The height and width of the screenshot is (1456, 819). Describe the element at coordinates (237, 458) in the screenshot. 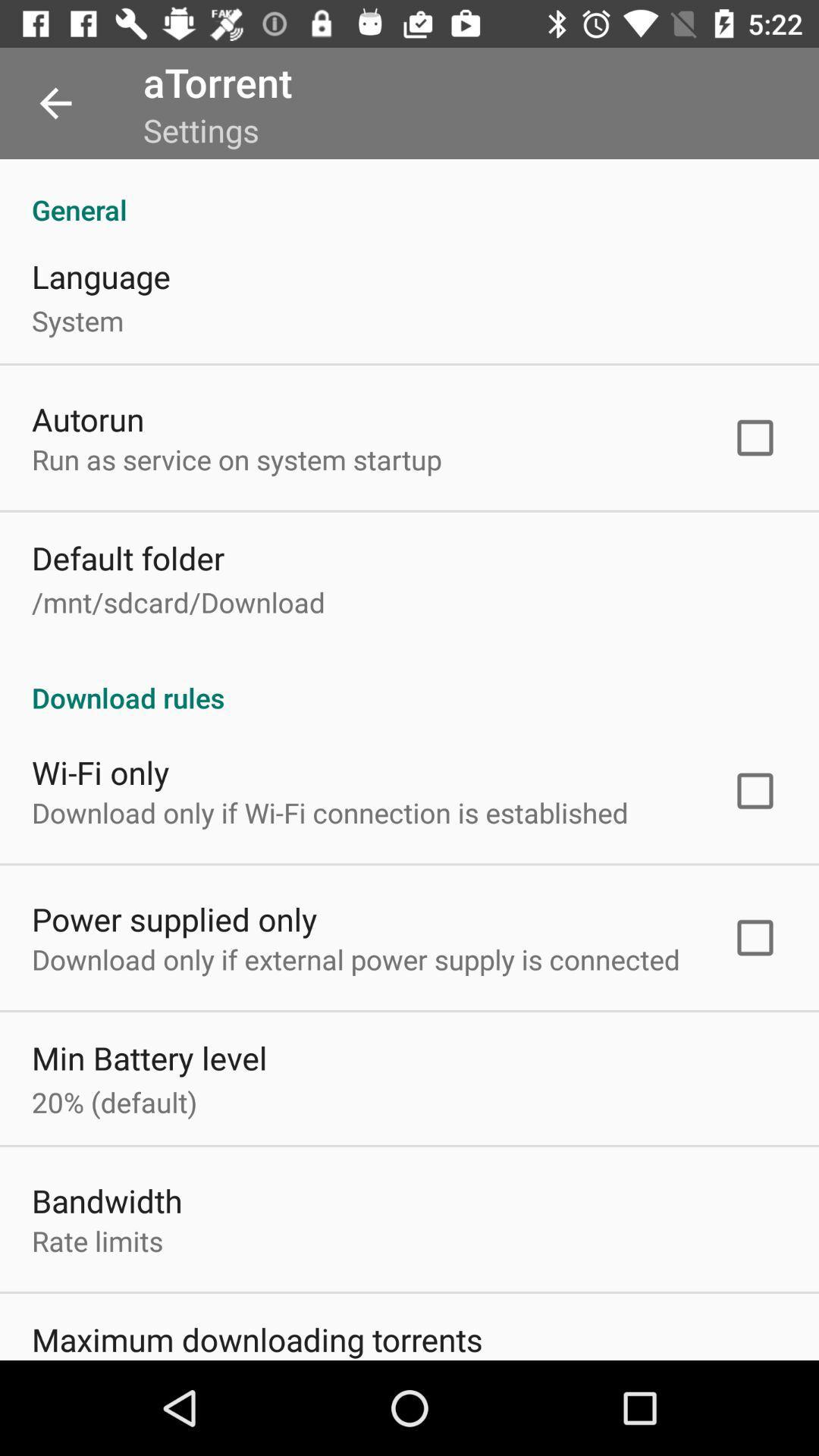

I see `icon above the default folder item` at that location.